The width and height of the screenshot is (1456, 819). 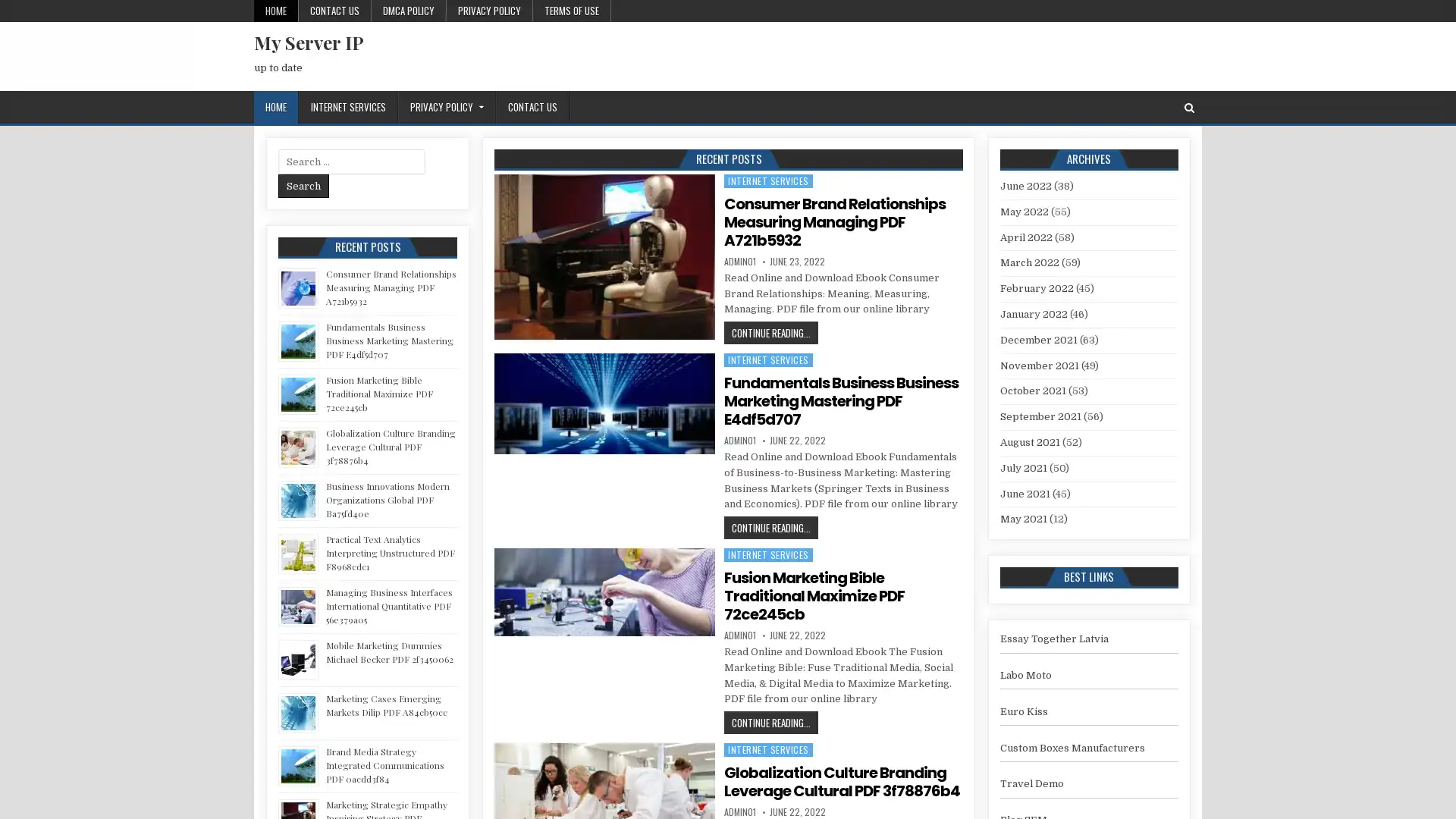 What do you see at coordinates (303, 185) in the screenshot?
I see `Search` at bounding box center [303, 185].